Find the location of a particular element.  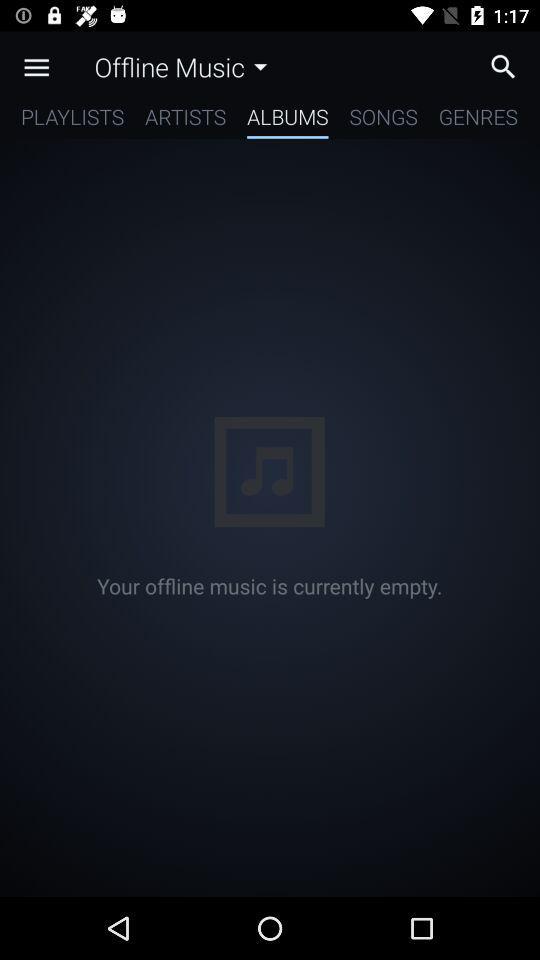

item next to the offline music item is located at coordinates (36, 67).